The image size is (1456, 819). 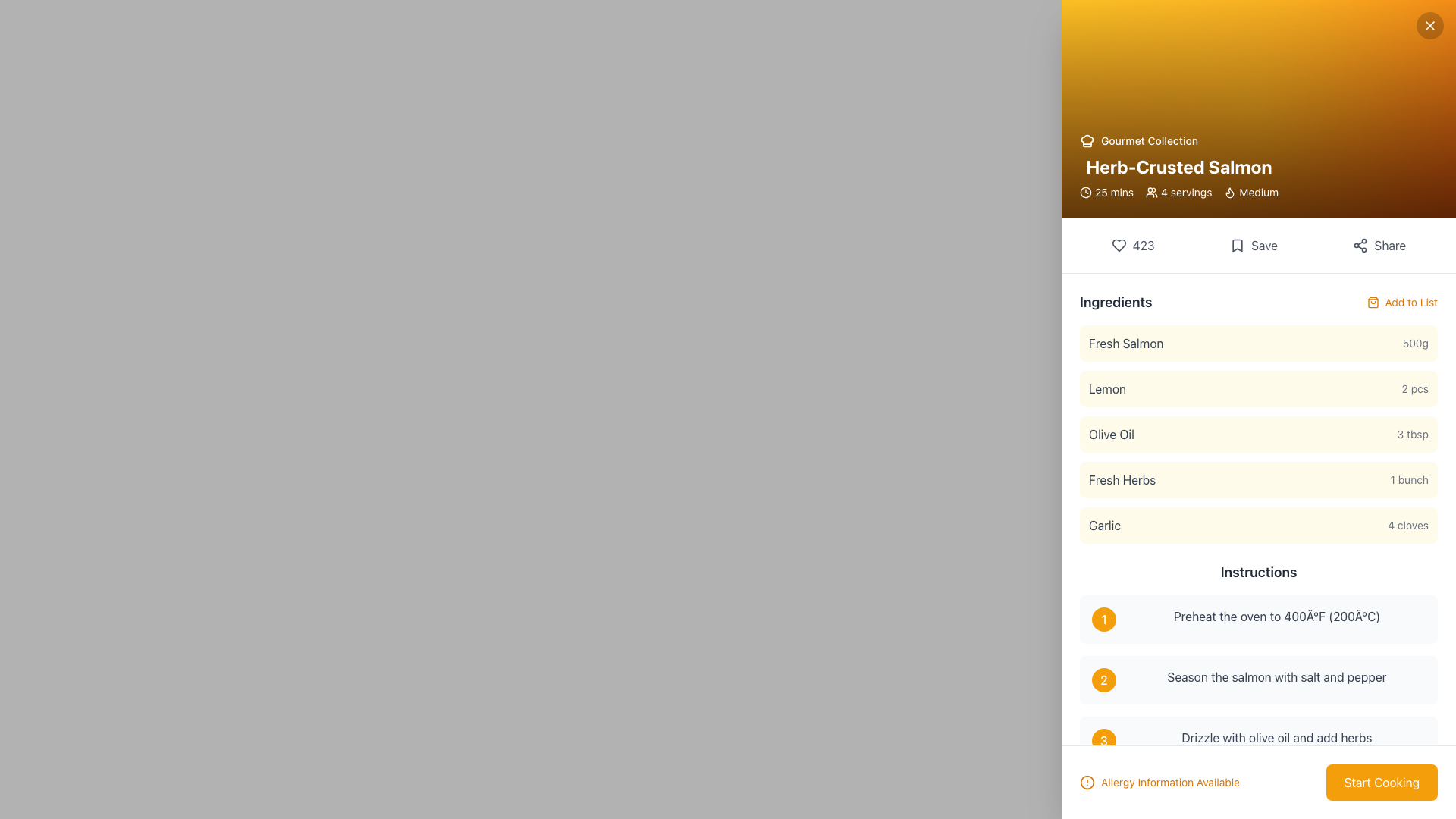 I want to click on the Text Label identifying 'Lemon' in the ingredient list, which is positioned below 'Fresh Salmon' and above 'Olive Oil', so click(x=1107, y=388).